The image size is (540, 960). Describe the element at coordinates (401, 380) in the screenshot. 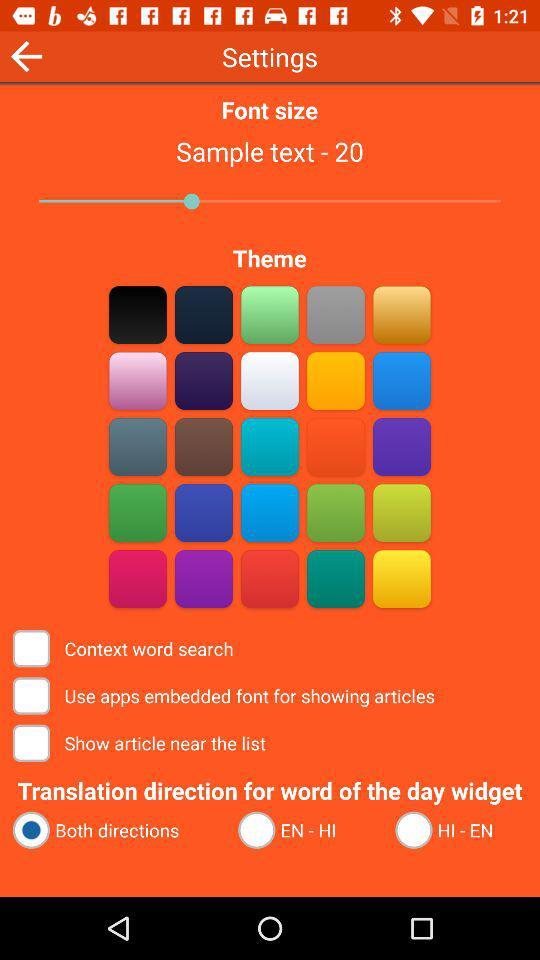

I see `blue` at that location.